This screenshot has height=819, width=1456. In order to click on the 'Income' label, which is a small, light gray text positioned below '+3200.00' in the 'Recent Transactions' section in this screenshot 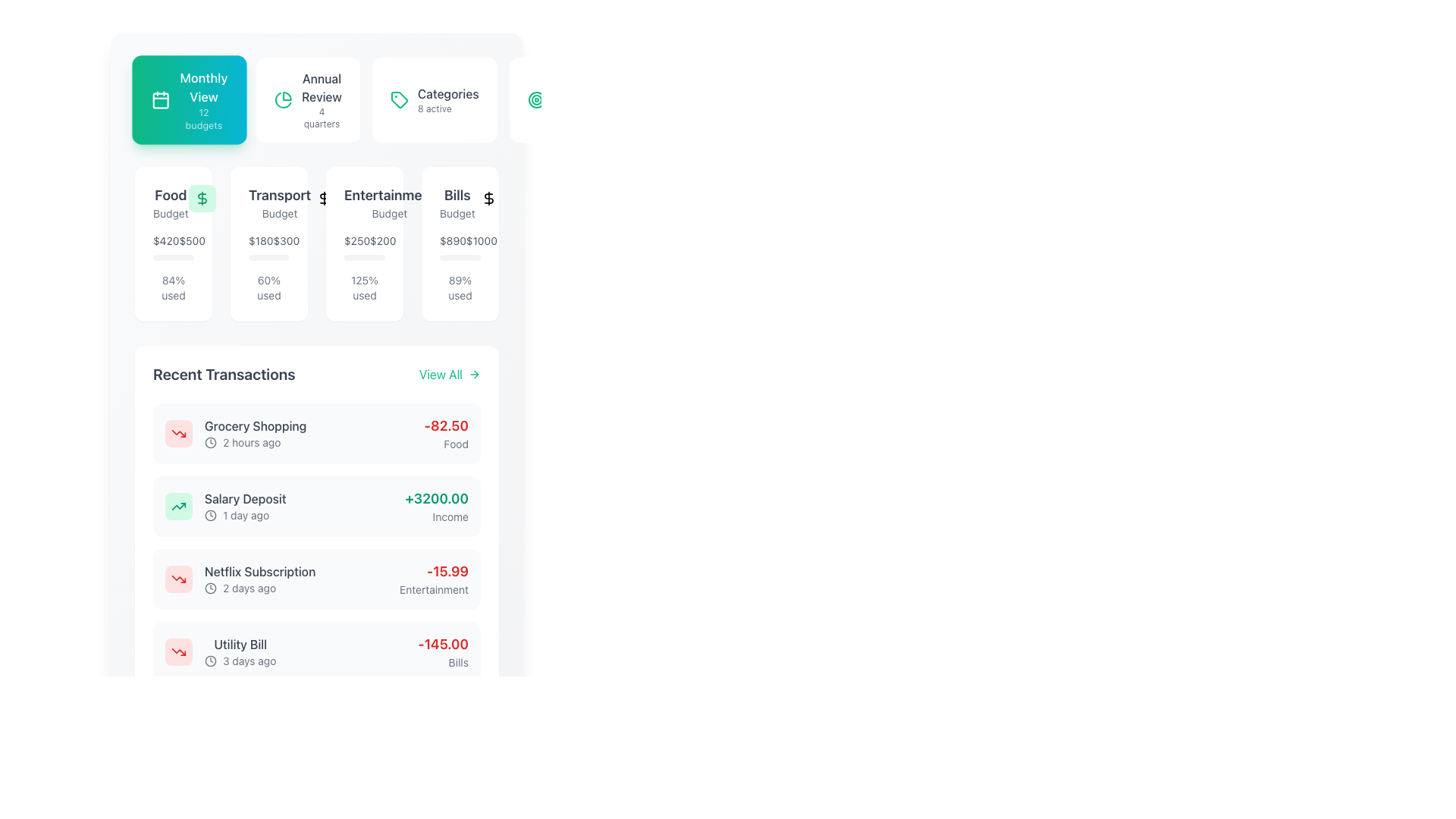, I will do `click(436, 516)`.